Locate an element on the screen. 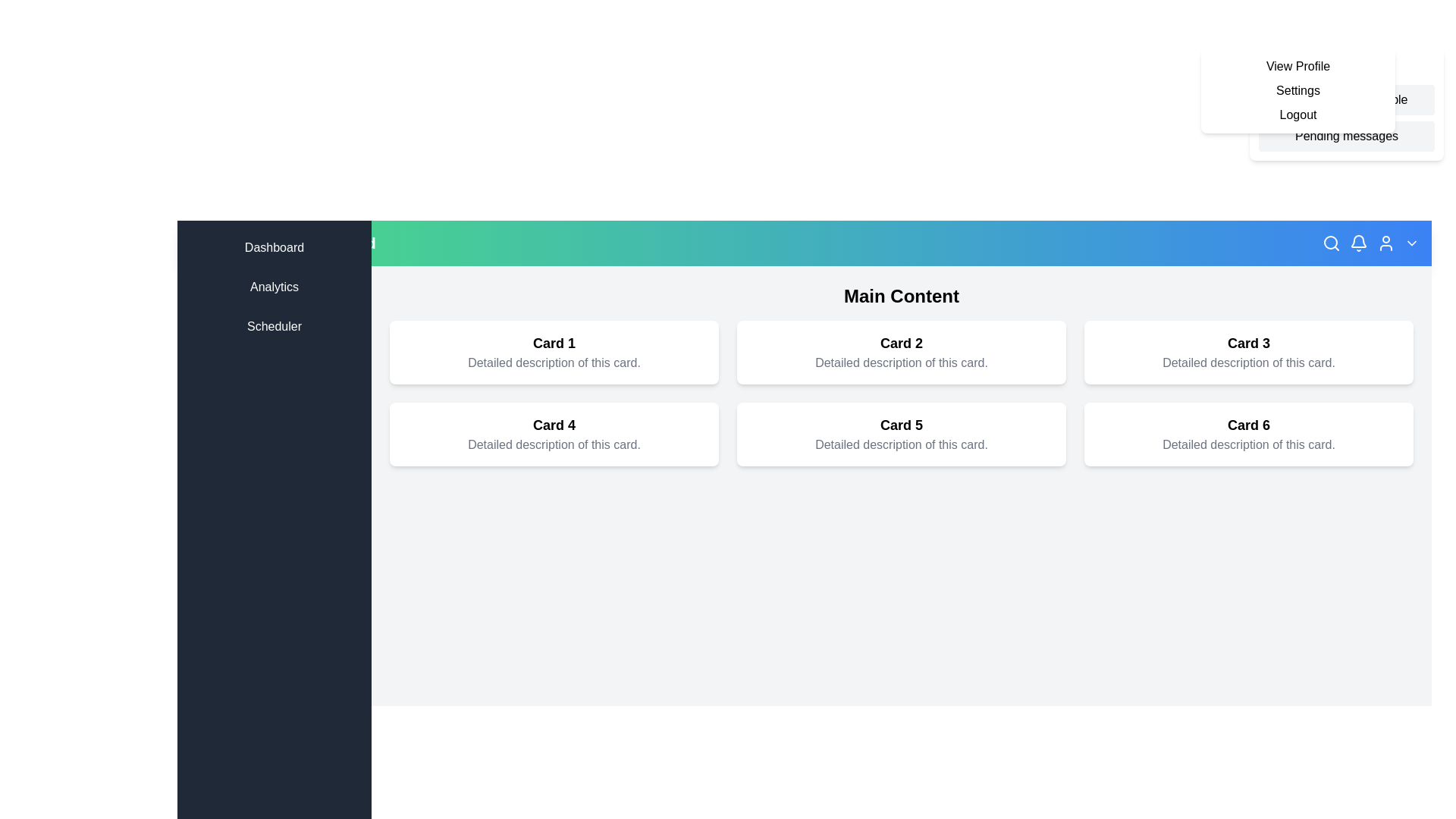 The height and width of the screenshot is (819, 1456). the informational card component titled 'Card 2' located in the first row, middle column of the grid layout is located at coordinates (902, 353).